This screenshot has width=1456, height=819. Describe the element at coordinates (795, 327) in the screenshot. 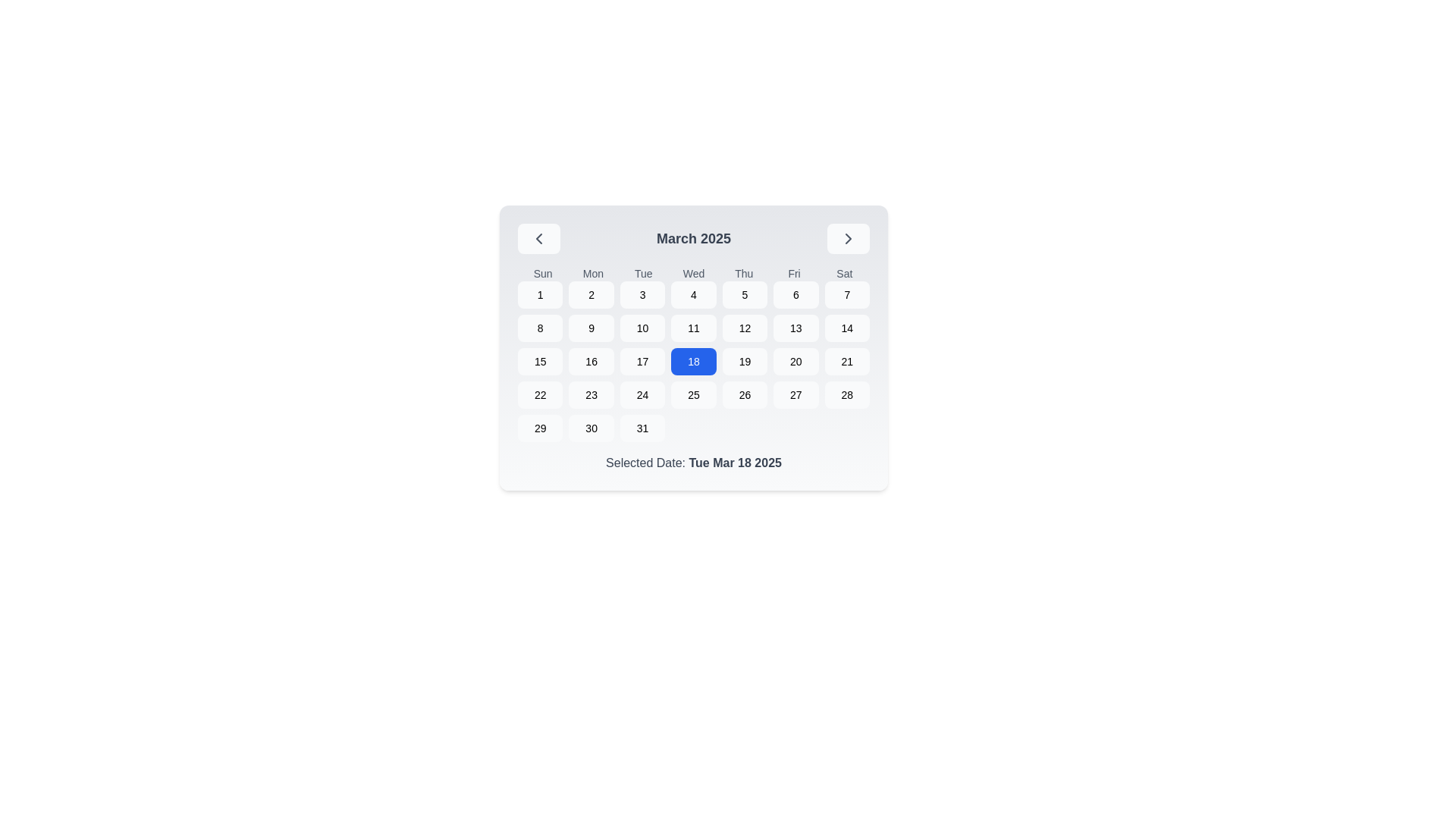

I see `the button representing the 13th day of the month in the calendar` at that location.